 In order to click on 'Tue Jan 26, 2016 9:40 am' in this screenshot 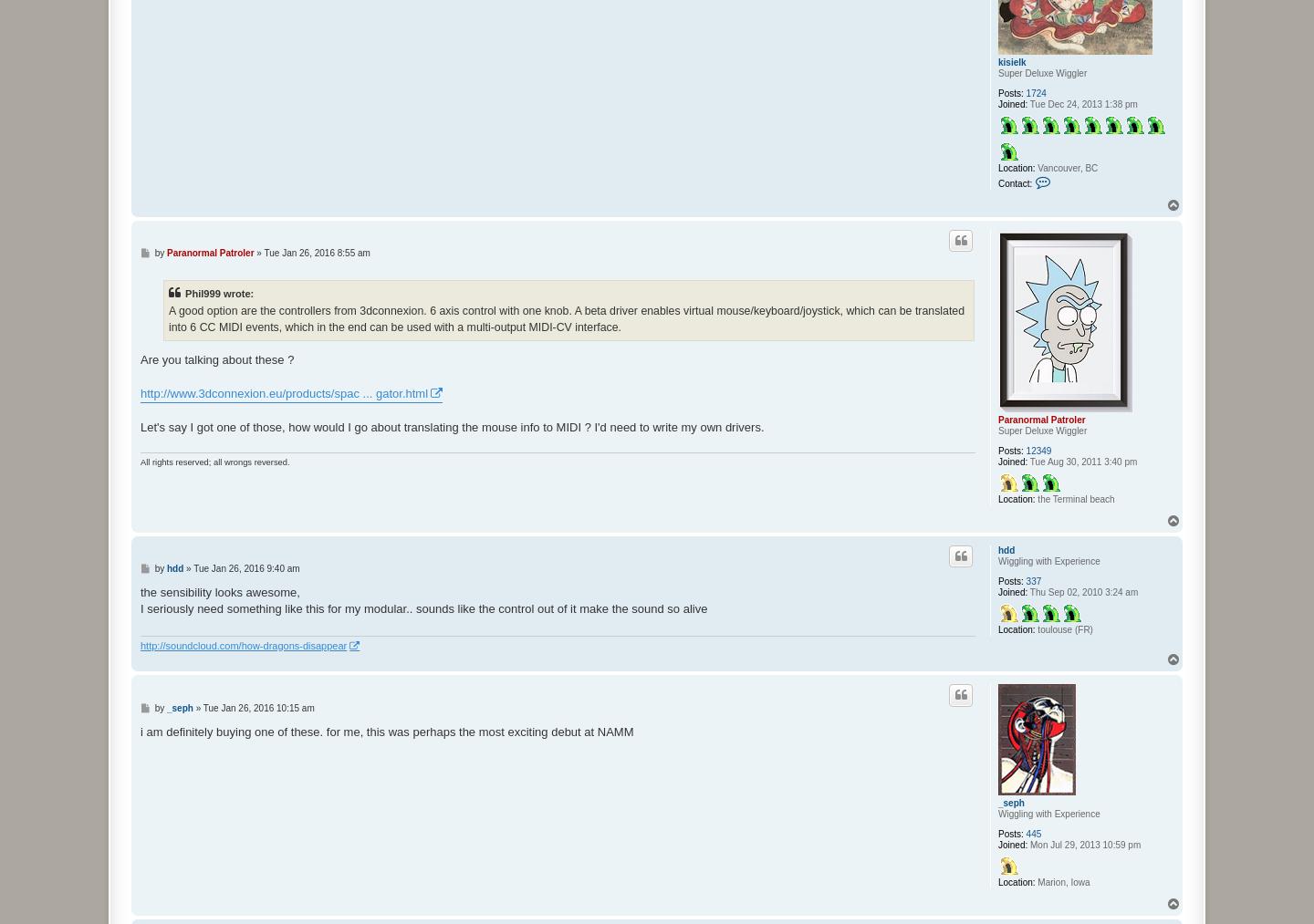, I will do `click(245, 566)`.